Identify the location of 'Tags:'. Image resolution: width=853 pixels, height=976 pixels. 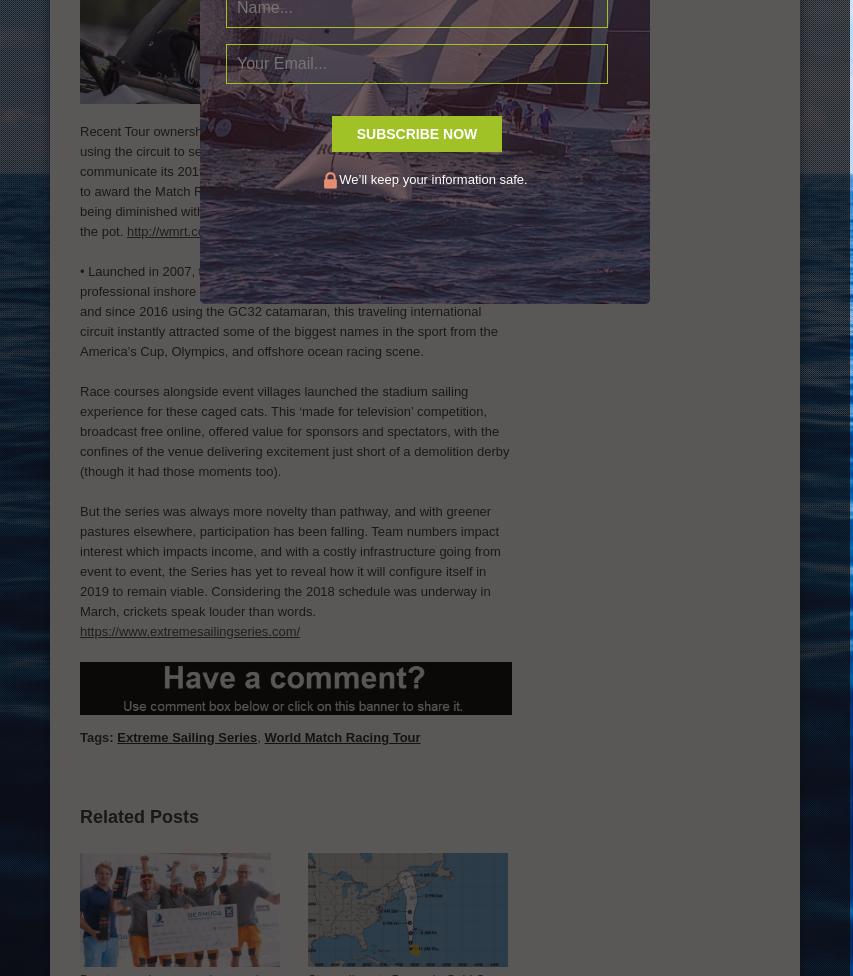
(95, 736).